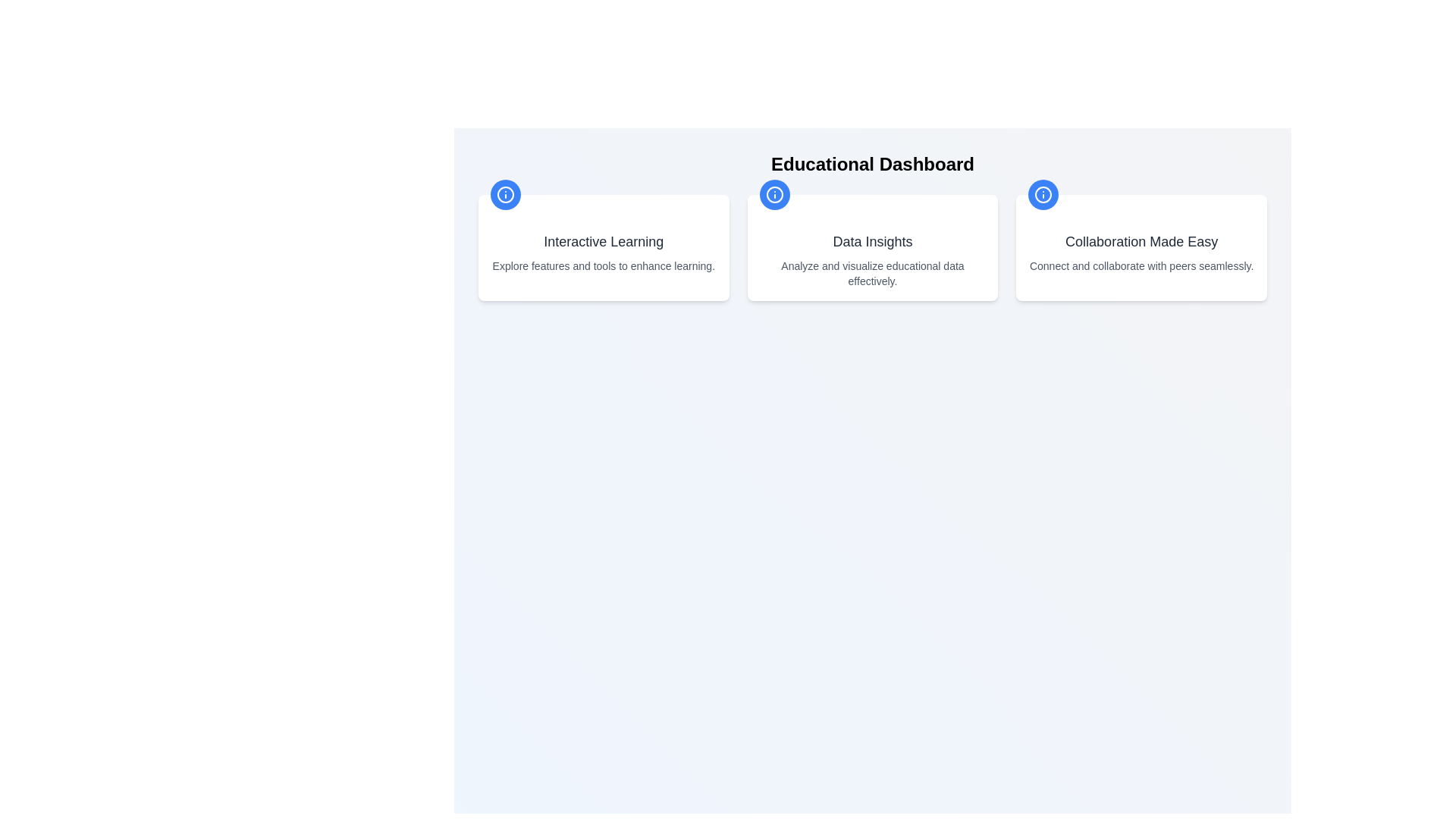  What do you see at coordinates (1043, 194) in the screenshot?
I see `the small circular blue icon with a white 'i' symbol located at the top of the 'Collaboration Made Easy' card in the 'Educational Dashboard' section` at bounding box center [1043, 194].